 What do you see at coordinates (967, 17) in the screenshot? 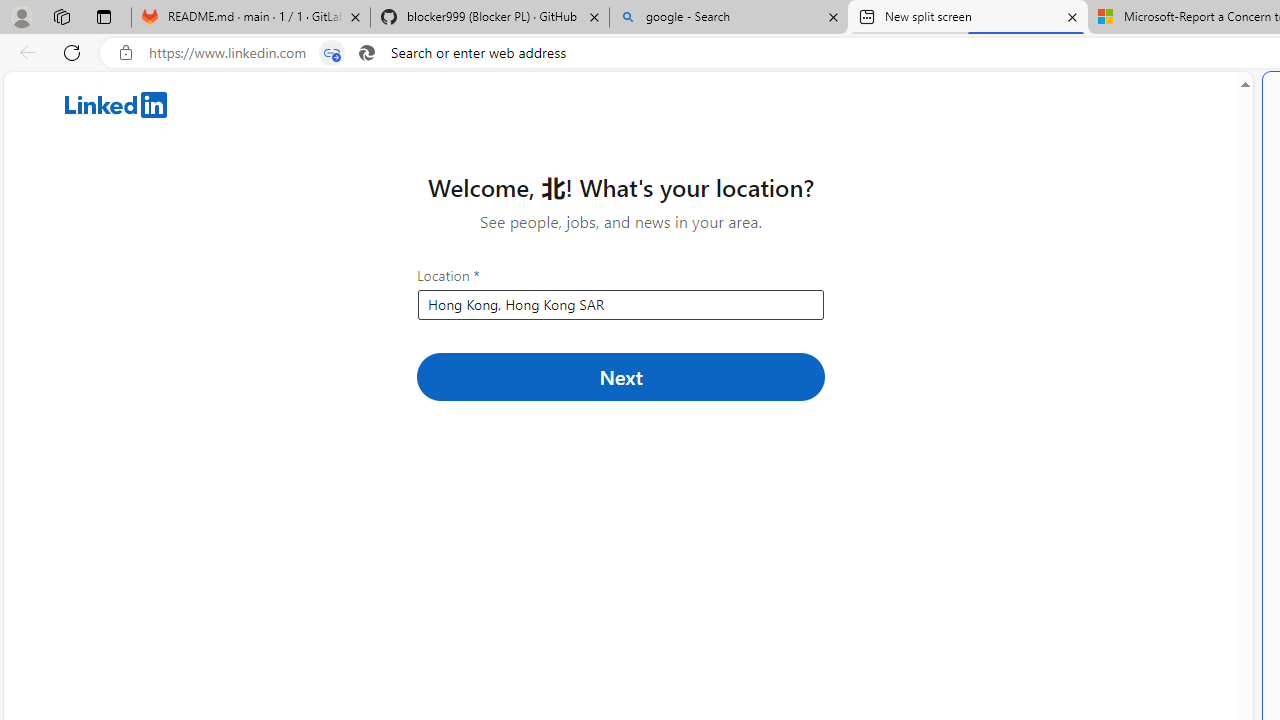
I see `'New split screen'` at bounding box center [967, 17].